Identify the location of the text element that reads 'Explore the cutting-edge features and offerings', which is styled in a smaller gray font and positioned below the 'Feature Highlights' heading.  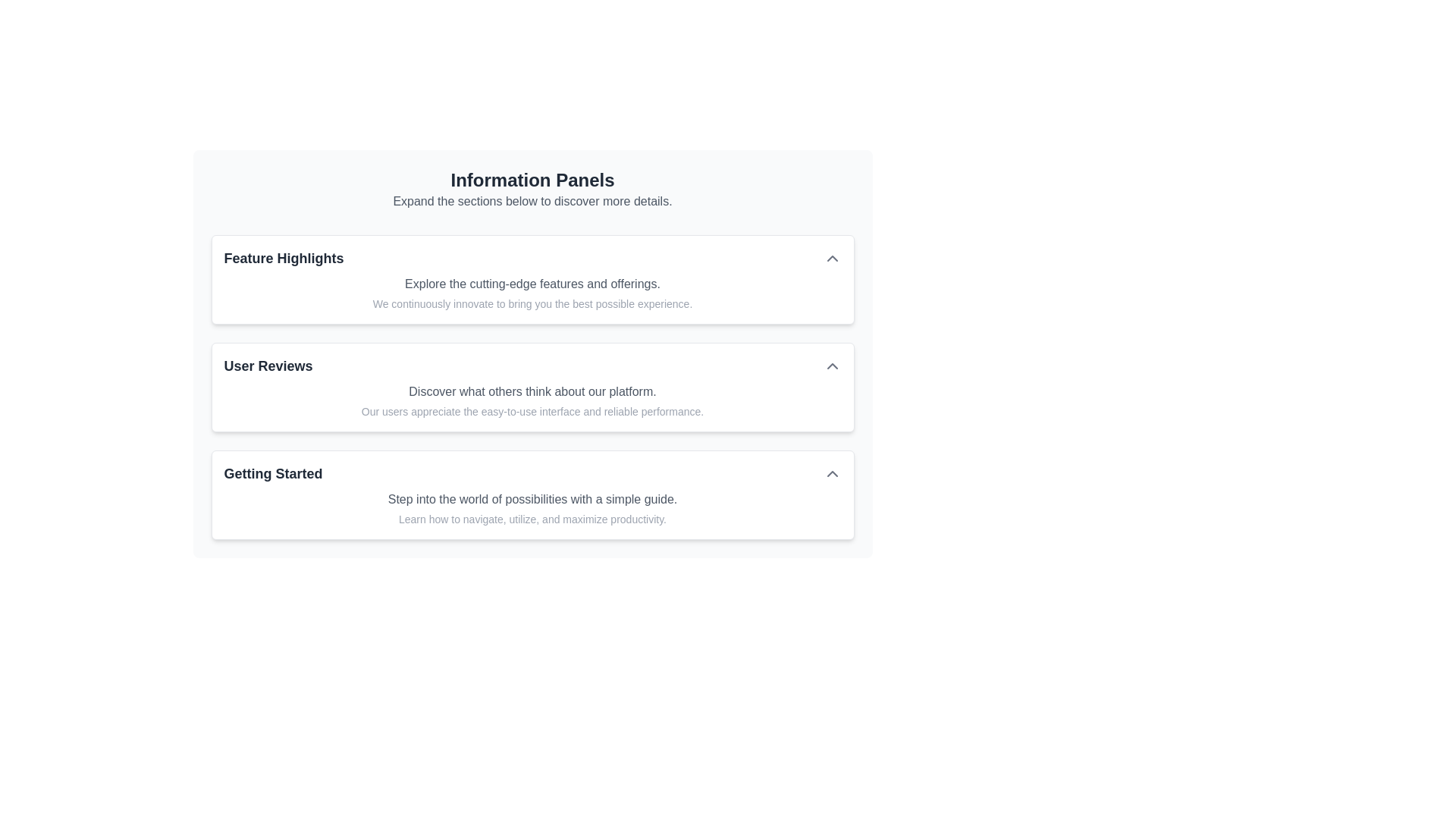
(532, 284).